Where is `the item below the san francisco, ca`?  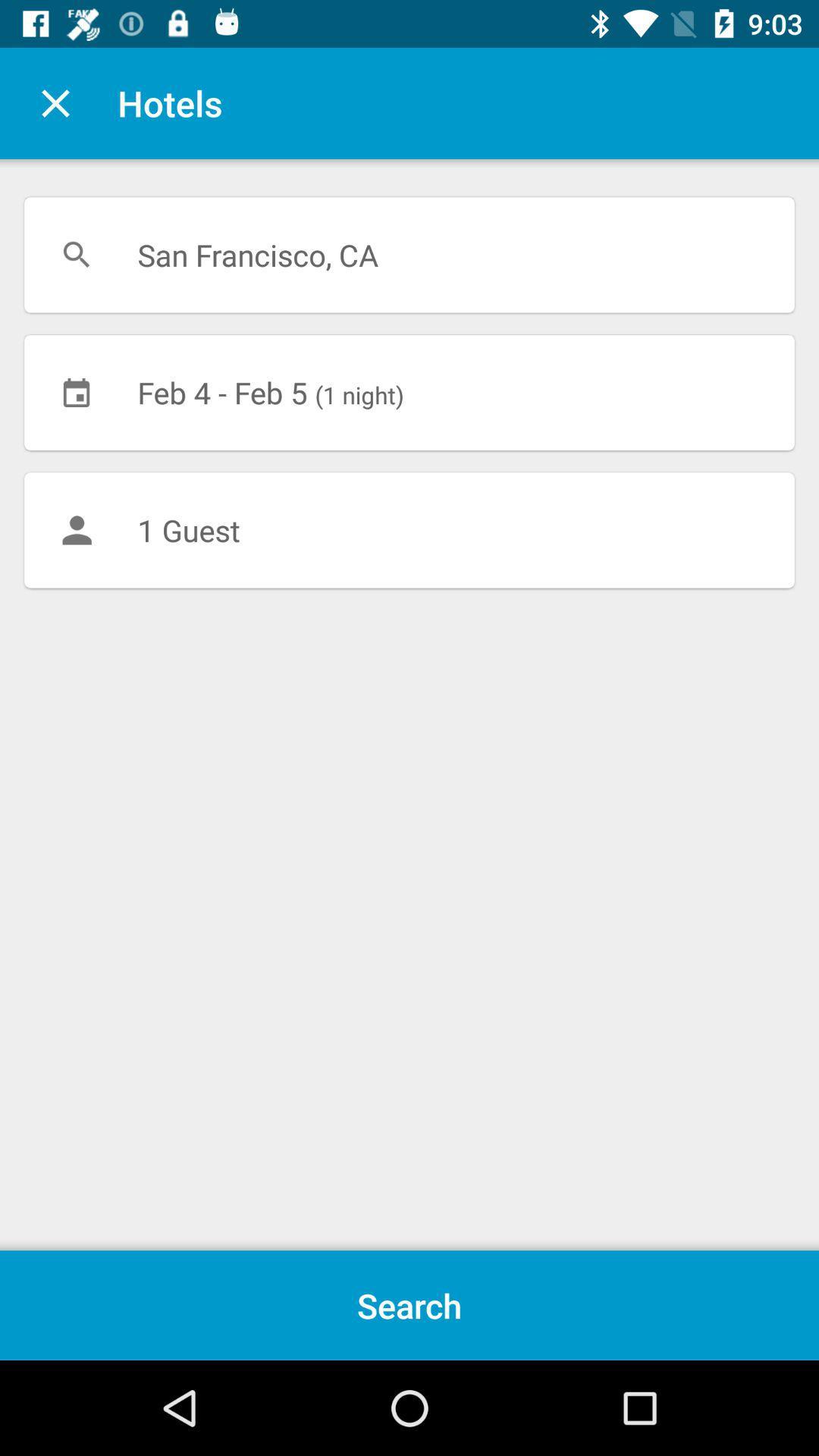 the item below the san francisco, ca is located at coordinates (409, 392).